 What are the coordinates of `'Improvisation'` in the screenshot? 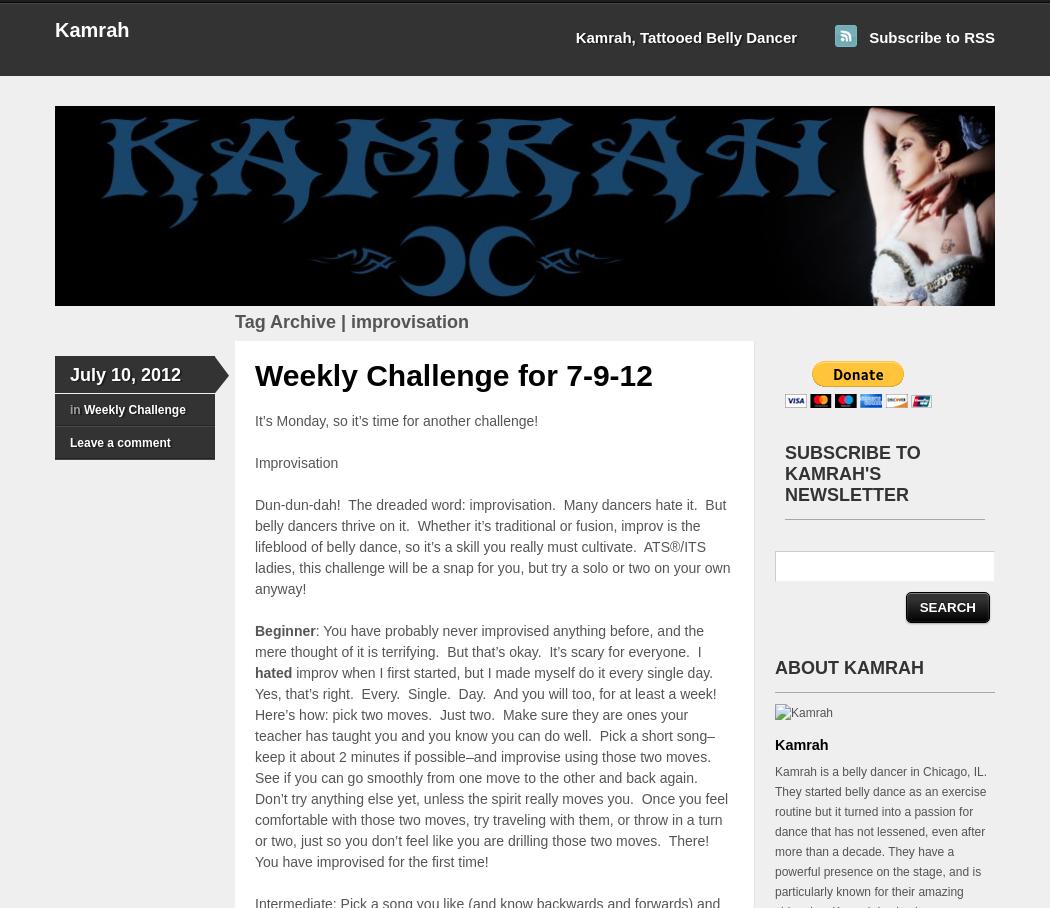 It's located at (295, 461).